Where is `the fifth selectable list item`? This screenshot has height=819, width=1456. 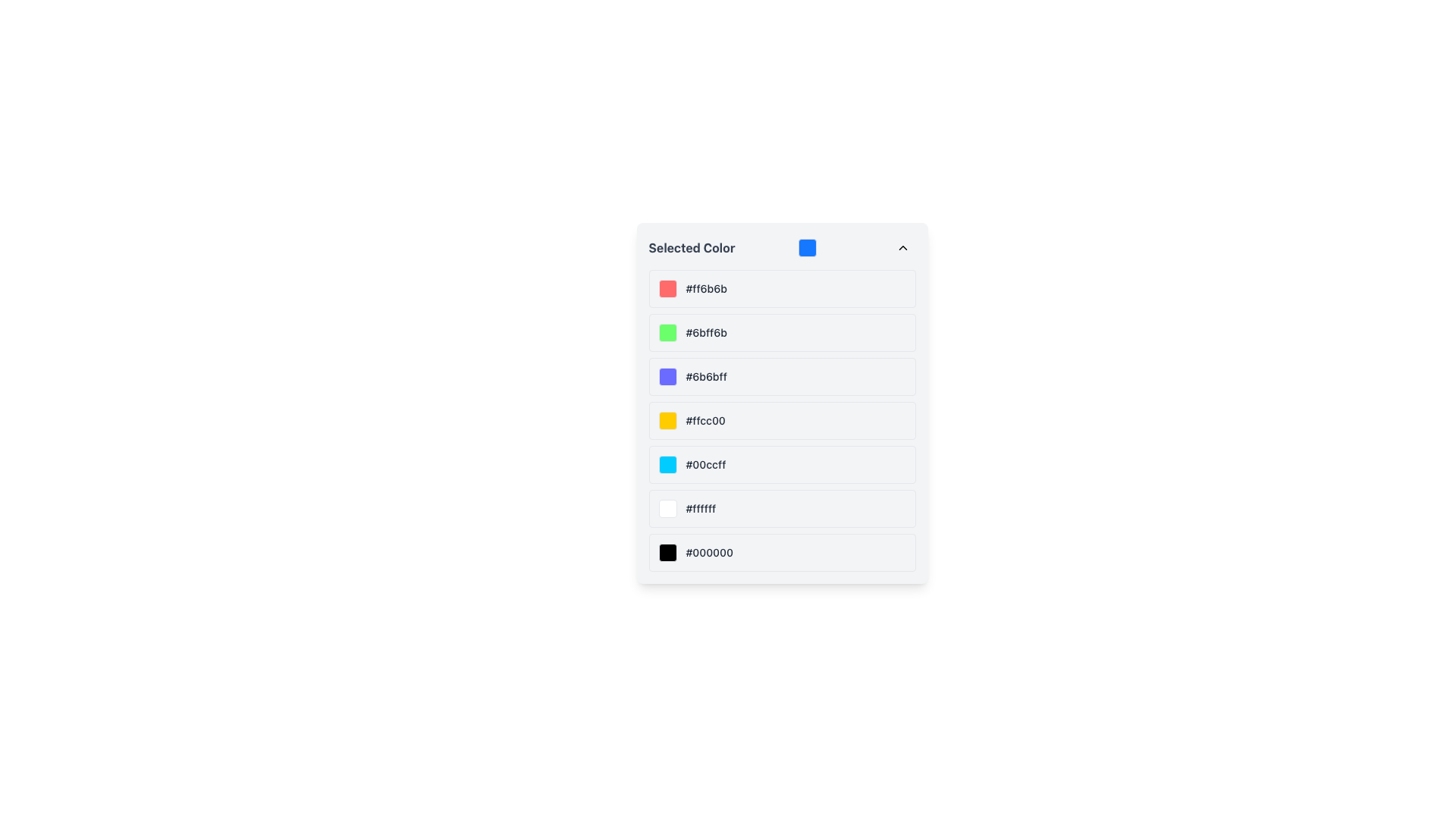
the fifth selectable list item is located at coordinates (782, 464).